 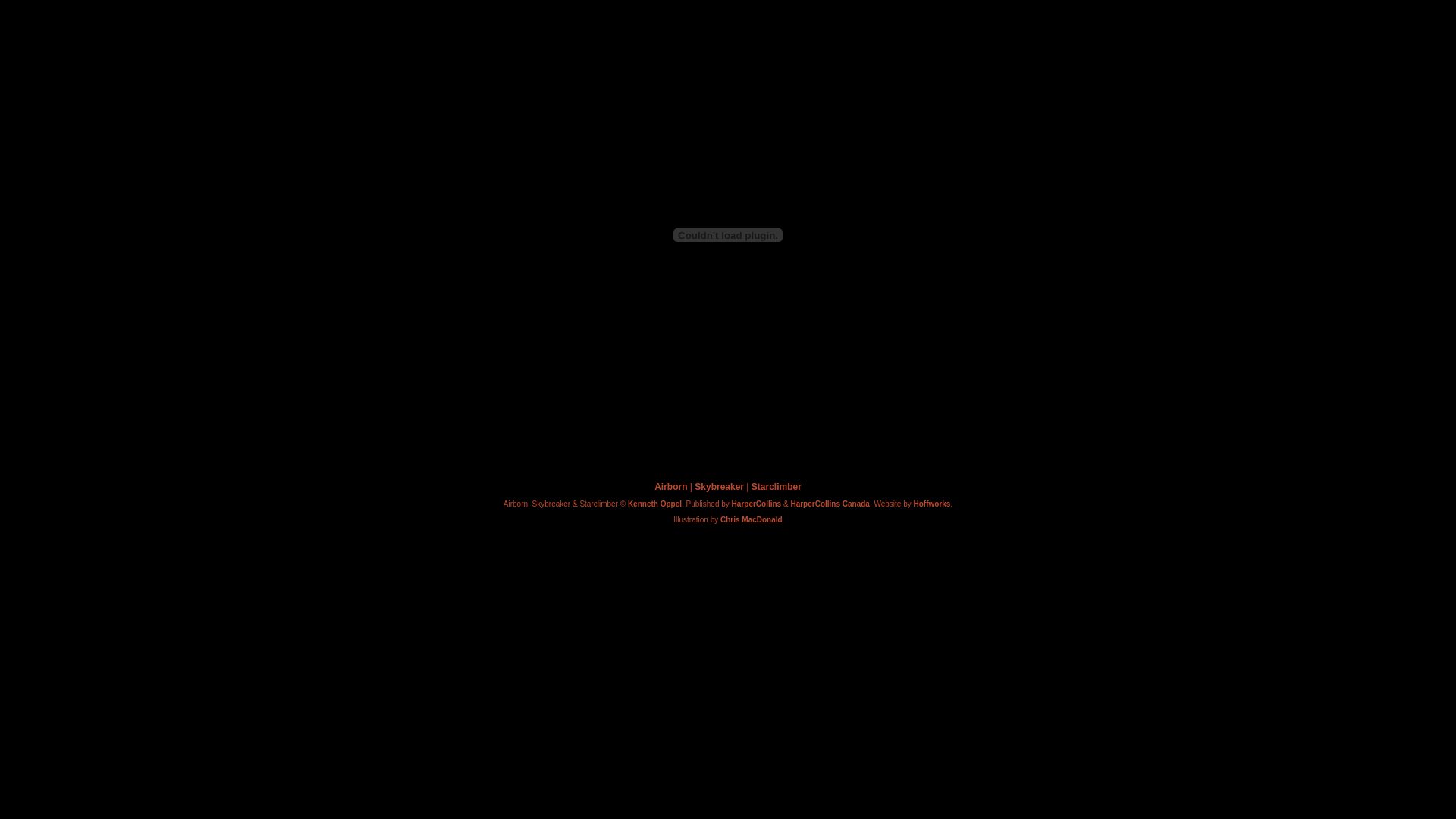 What do you see at coordinates (670, 486) in the screenshot?
I see `'Airborn'` at bounding box center [670, 486].